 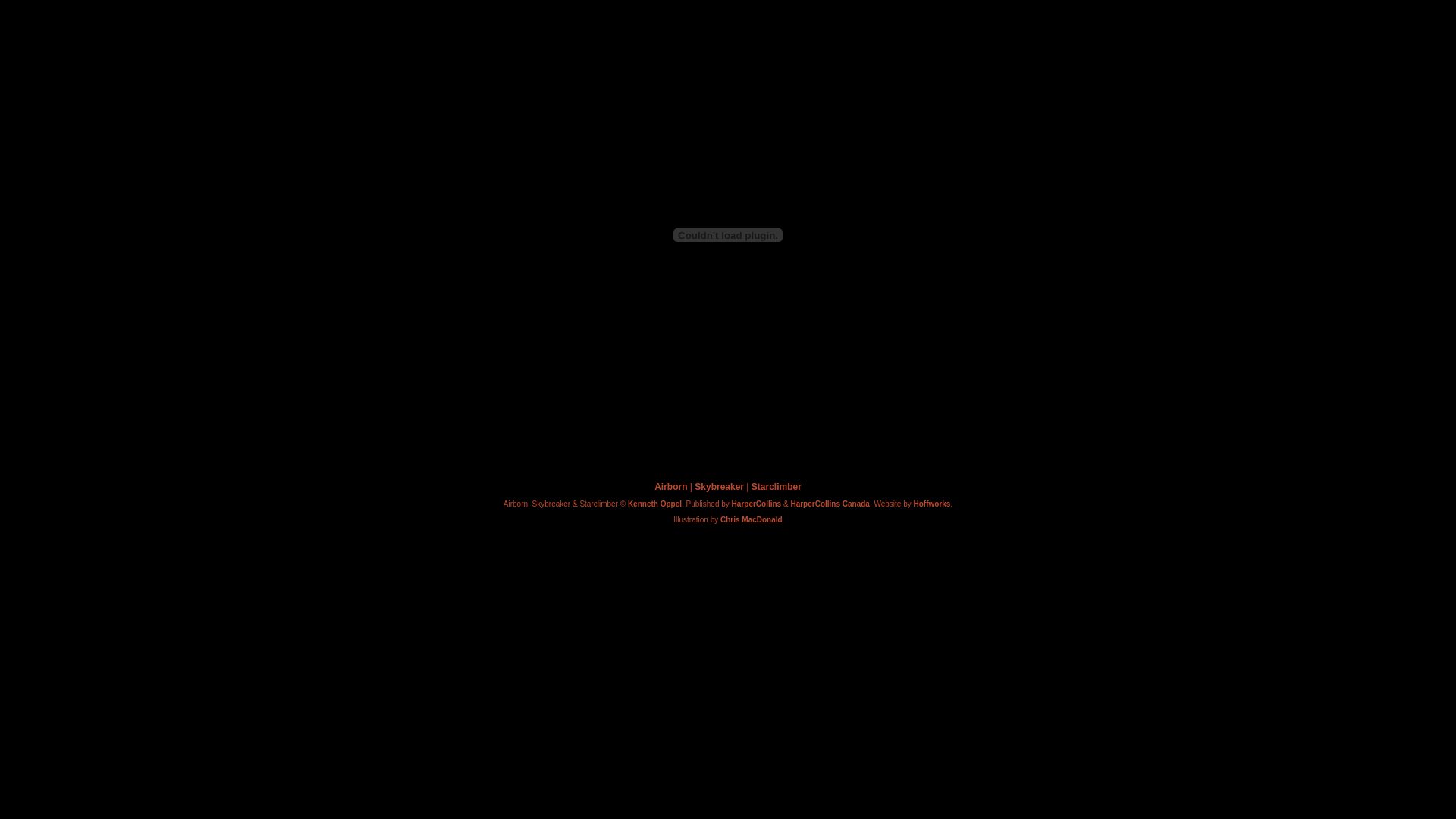 What do you see at coordinates (670, 486) in the screenshot?
I see `'Airborn'` at bounding box center [670, 486].